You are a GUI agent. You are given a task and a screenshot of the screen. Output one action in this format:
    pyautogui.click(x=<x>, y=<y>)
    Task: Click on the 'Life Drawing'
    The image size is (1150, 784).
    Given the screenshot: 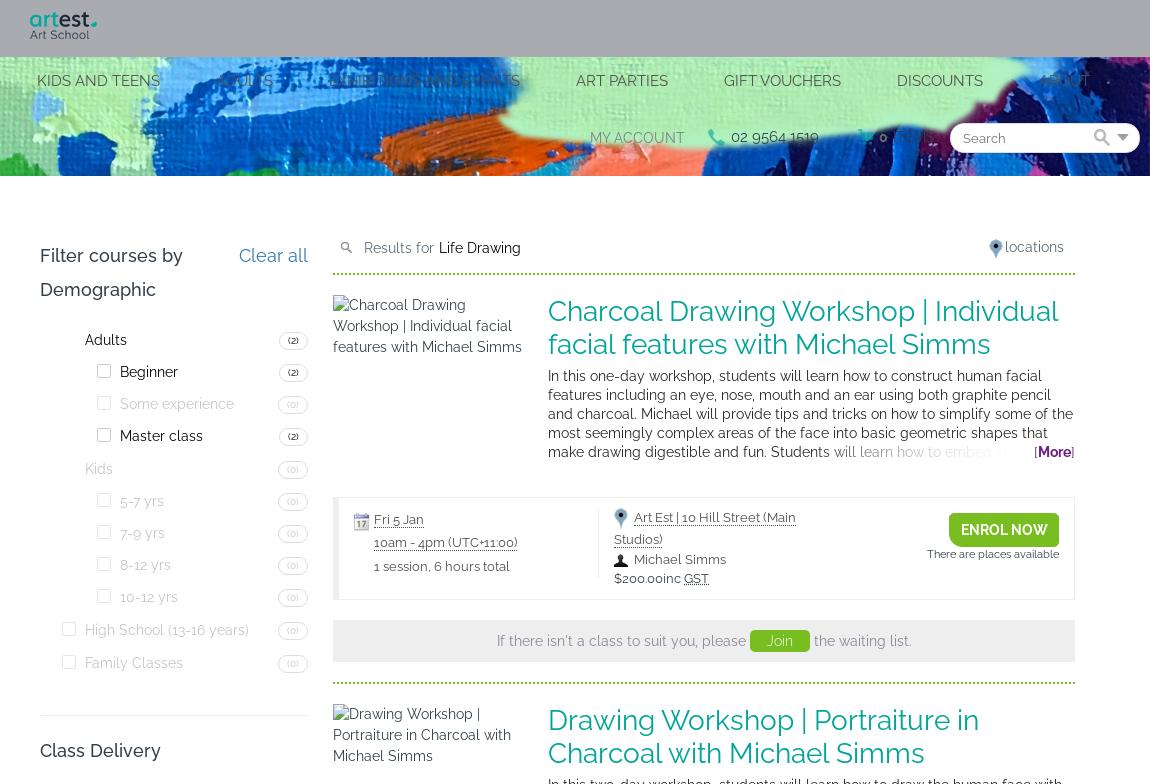 What is the action you would take?
    pyautogui.click(x=438, y=246)
    